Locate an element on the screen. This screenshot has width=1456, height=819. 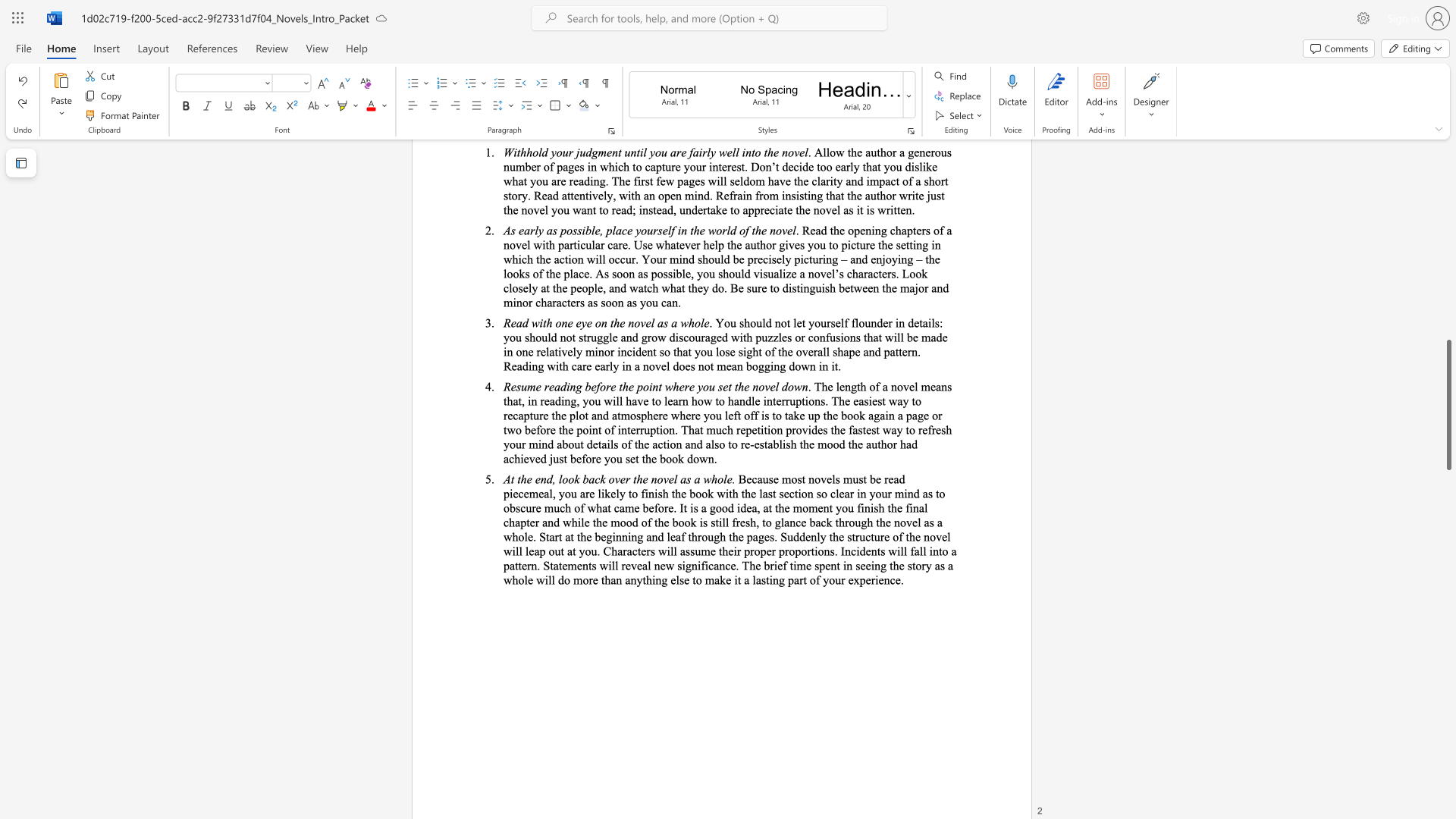
the subset text "novel as a whole." within the text "At the end, look back over the novel as a whole." is located at coordinates (651, 479).